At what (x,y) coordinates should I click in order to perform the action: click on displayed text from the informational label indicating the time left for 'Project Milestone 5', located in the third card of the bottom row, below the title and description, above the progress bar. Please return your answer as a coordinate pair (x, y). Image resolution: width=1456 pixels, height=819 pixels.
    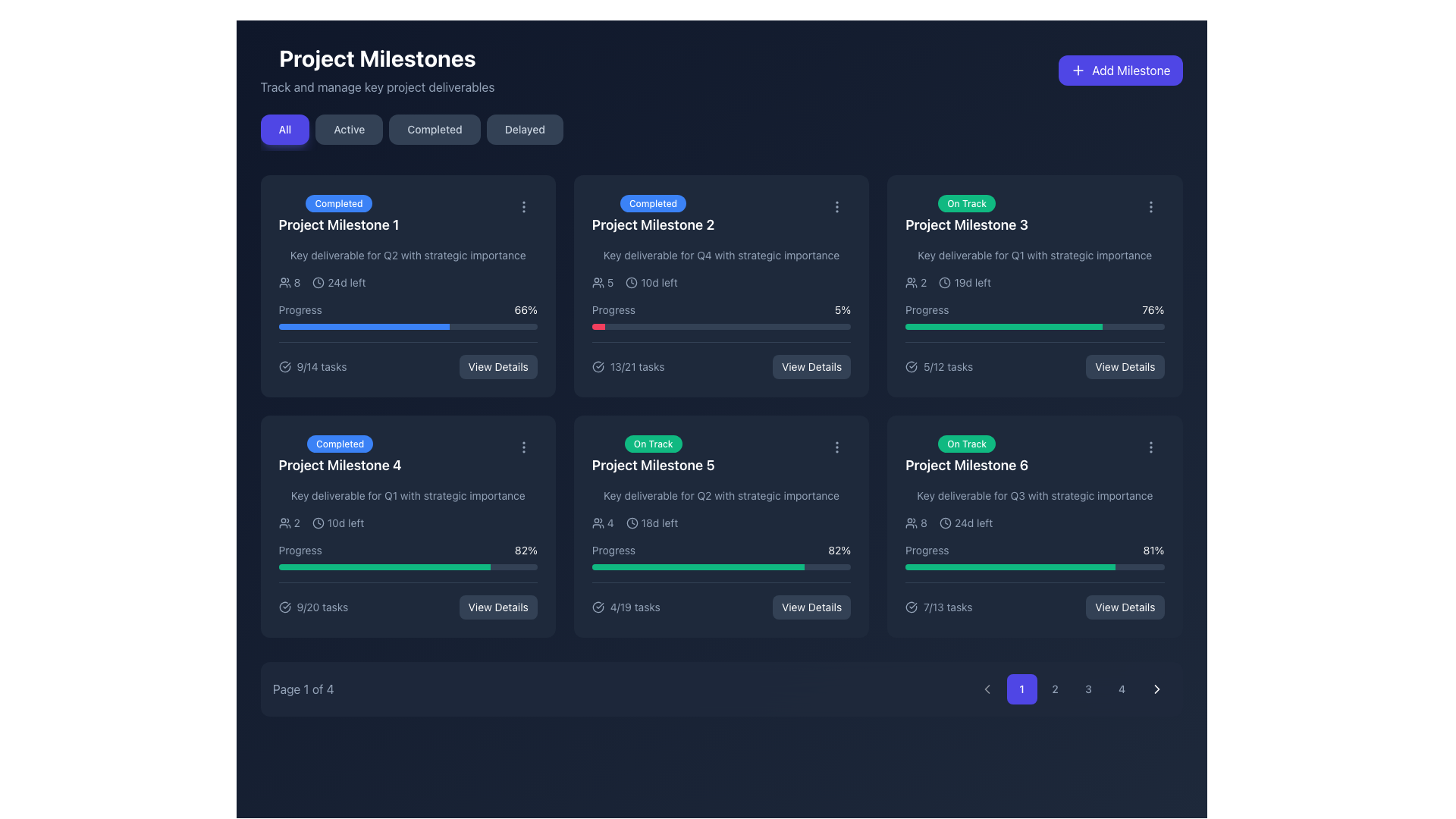
    Looking at the image, I should click on (651, 522).